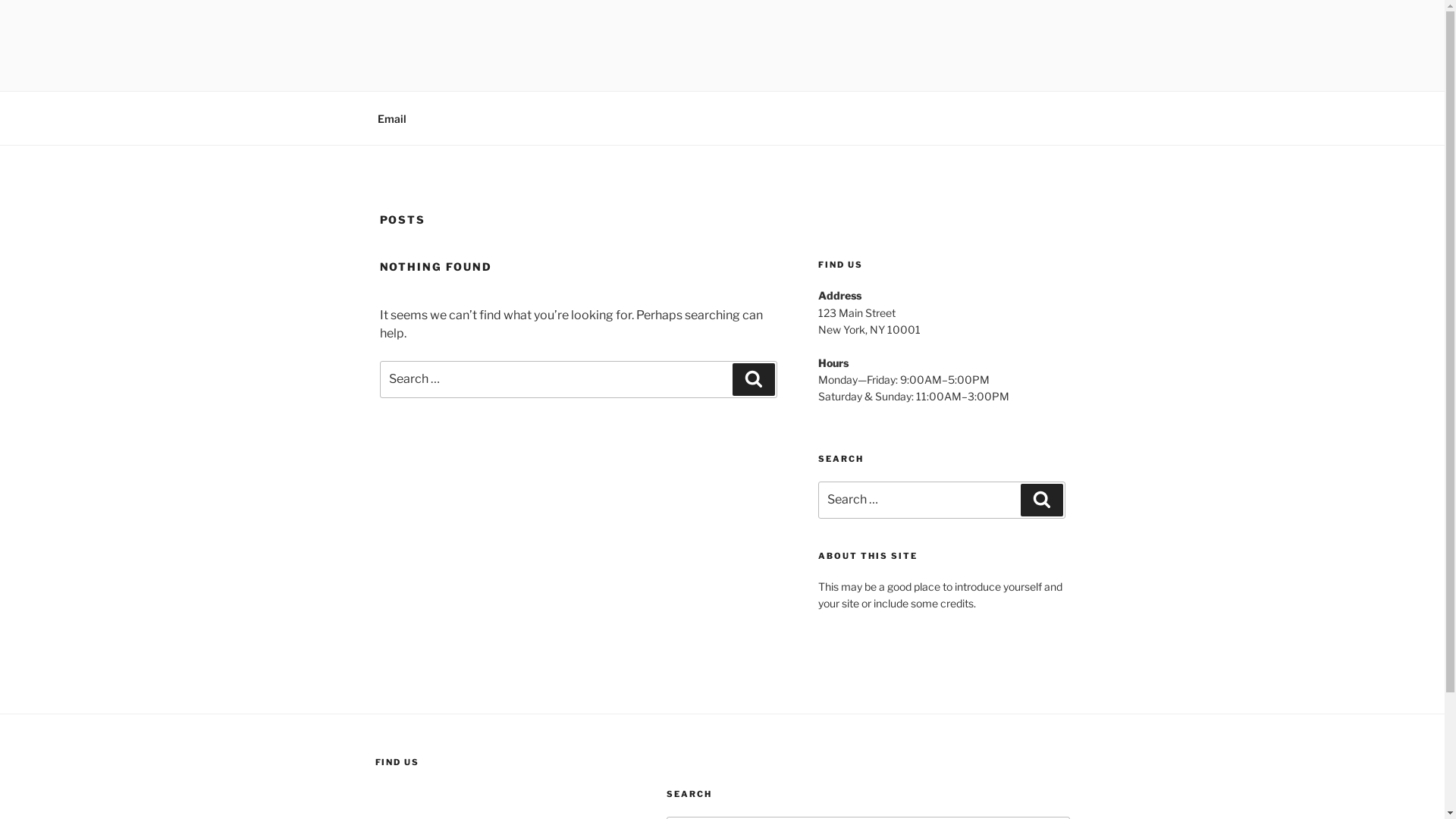 This screenshot has width=1456, height=819. What do you see at coordinates (1040, 500) in the screenshot?
I see `'Search'` at bounding box center [1040, 500].